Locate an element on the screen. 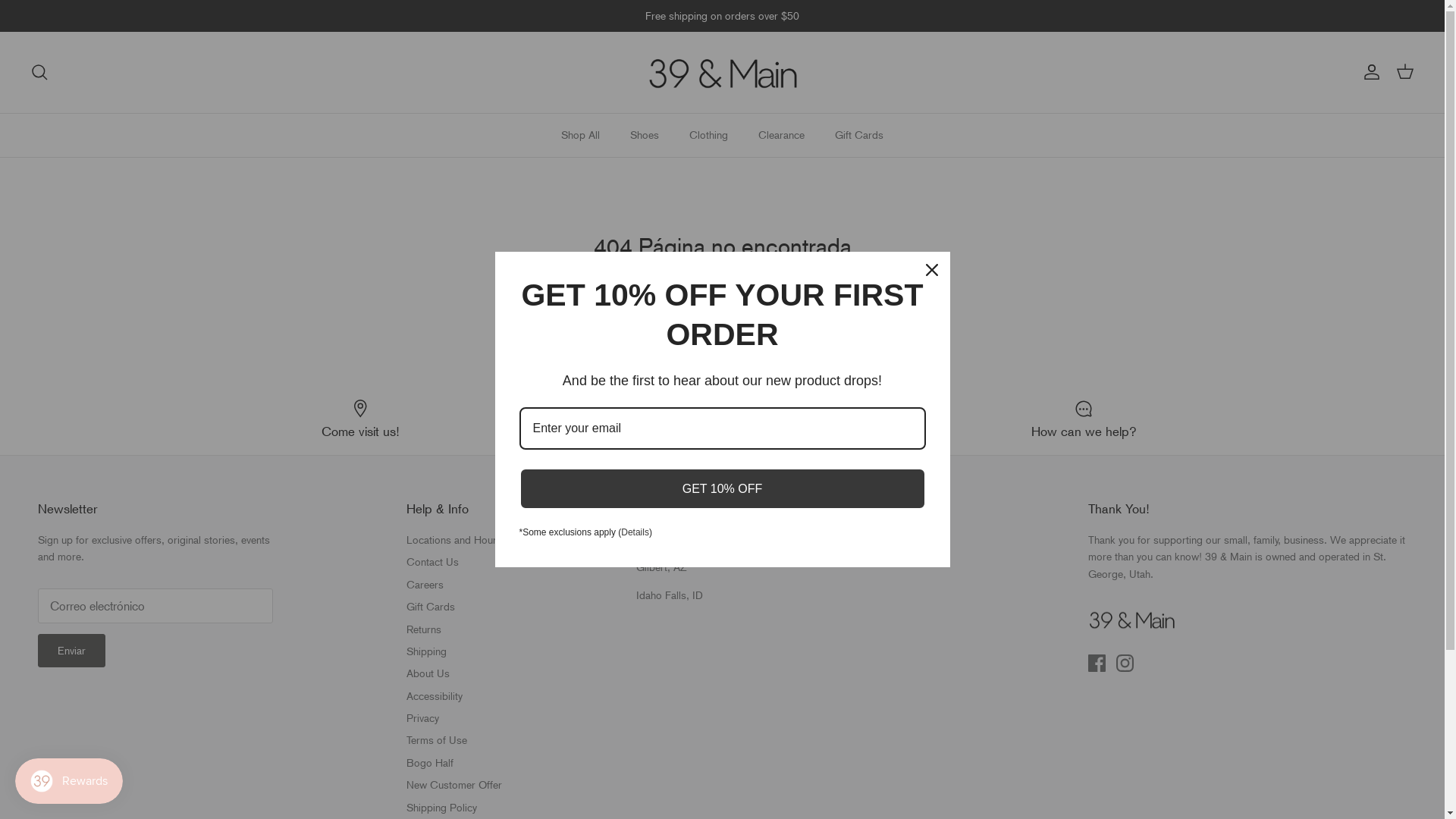 This screenshot has height=819, width=1456. 'Clothing' is located at coordinates (708, 134).